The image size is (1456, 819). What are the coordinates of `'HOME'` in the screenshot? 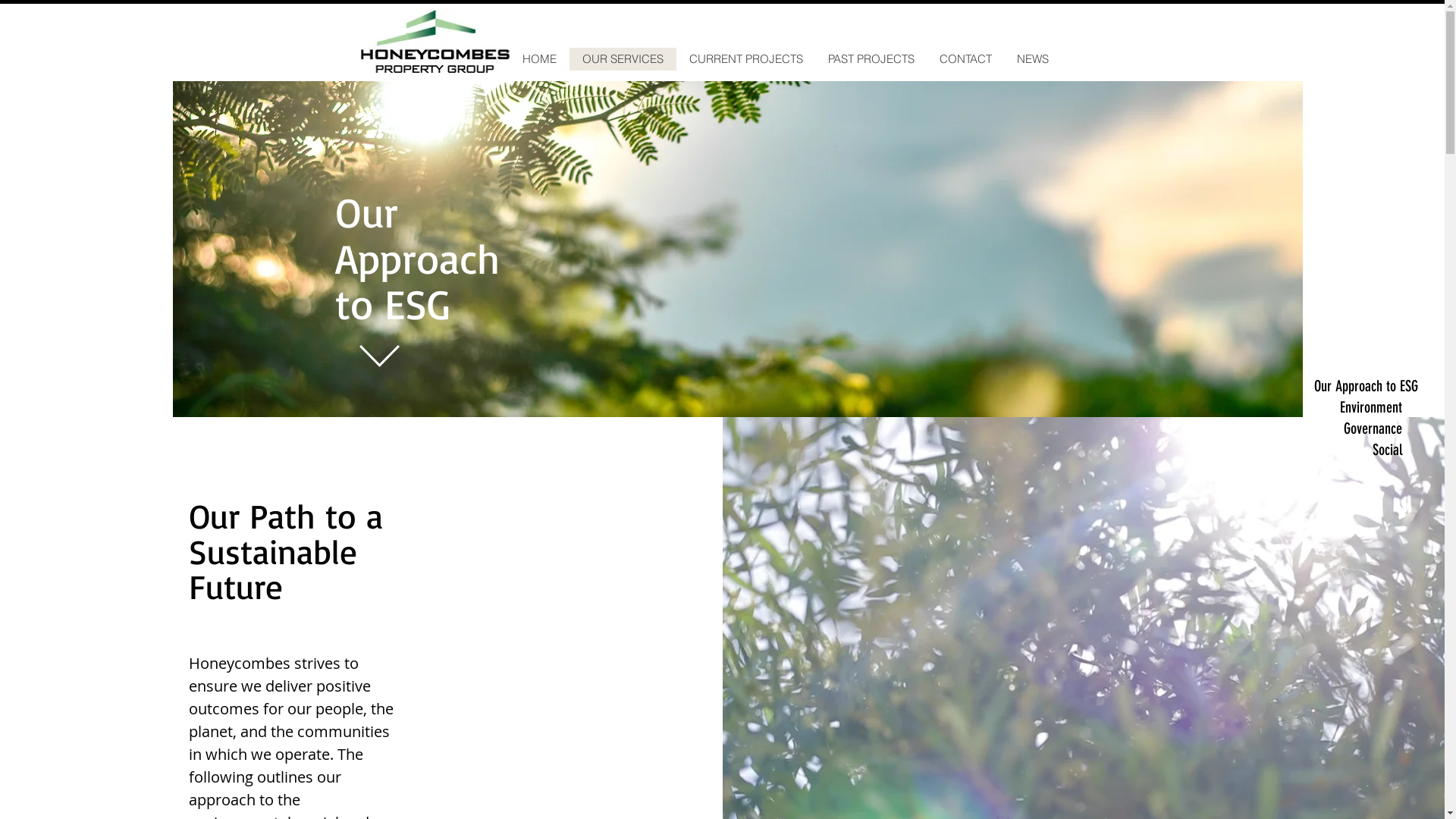 It's located at (538, 58).